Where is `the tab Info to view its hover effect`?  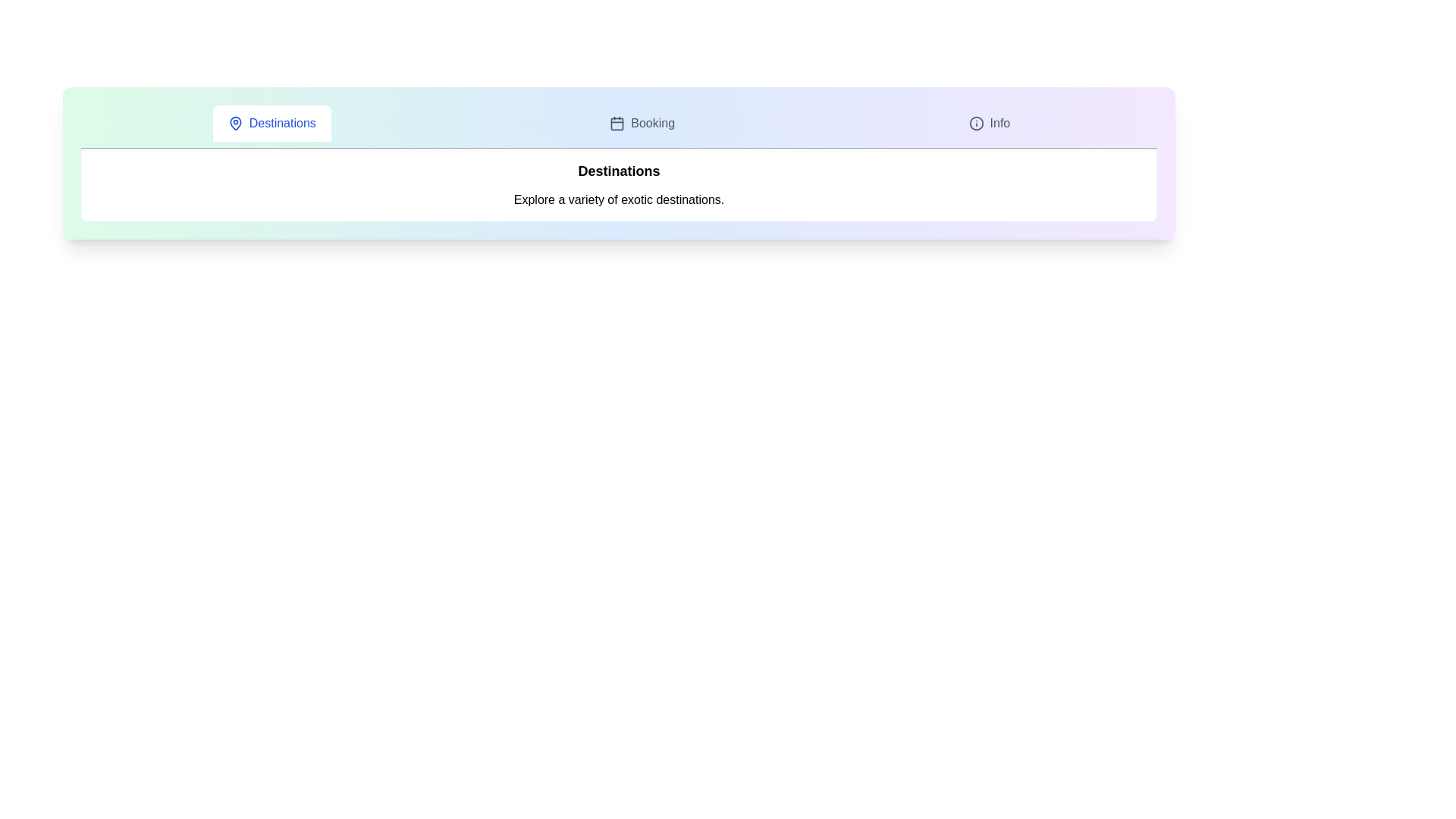 the tab Info to view its hover effect is located at coordinates (989, 122).